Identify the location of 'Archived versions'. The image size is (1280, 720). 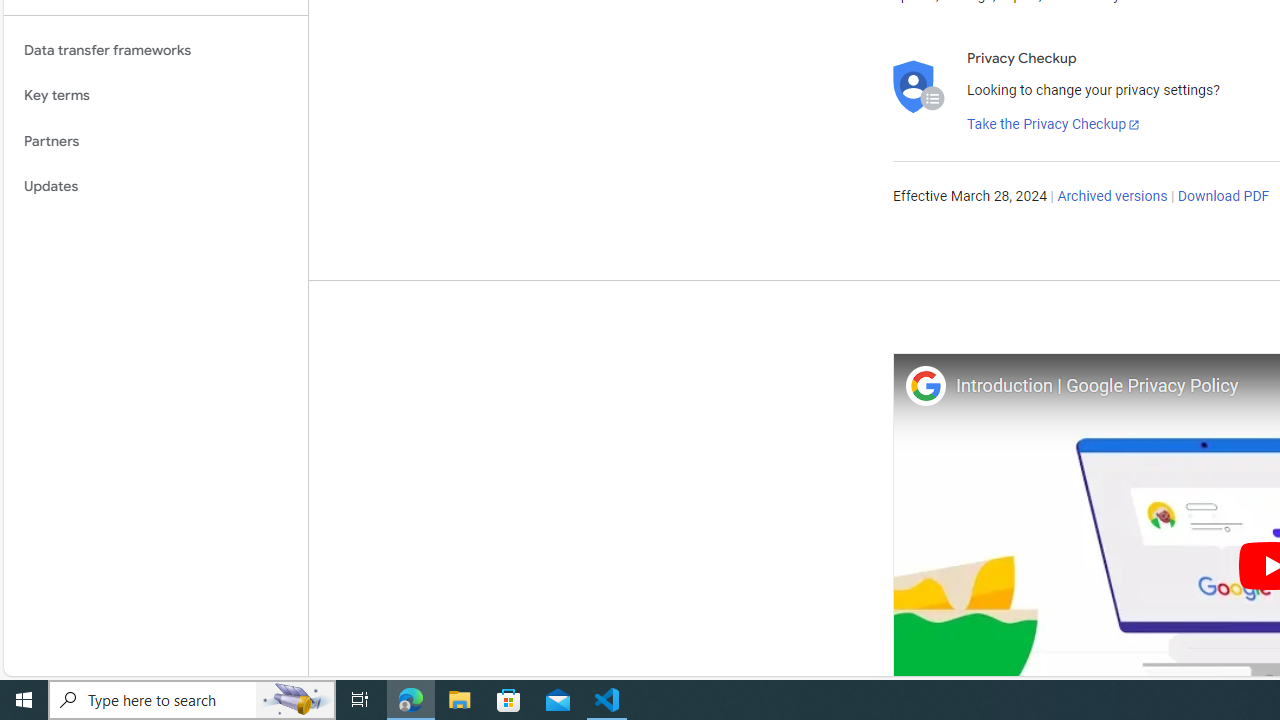
(1111, 196).